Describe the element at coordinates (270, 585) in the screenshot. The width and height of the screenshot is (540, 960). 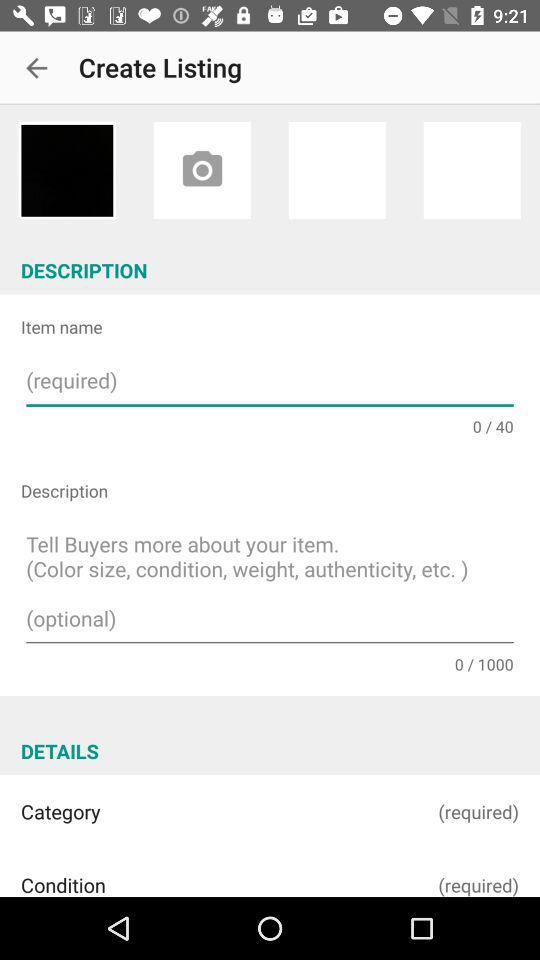
I see `the icon above 0 / 1000` at that location.